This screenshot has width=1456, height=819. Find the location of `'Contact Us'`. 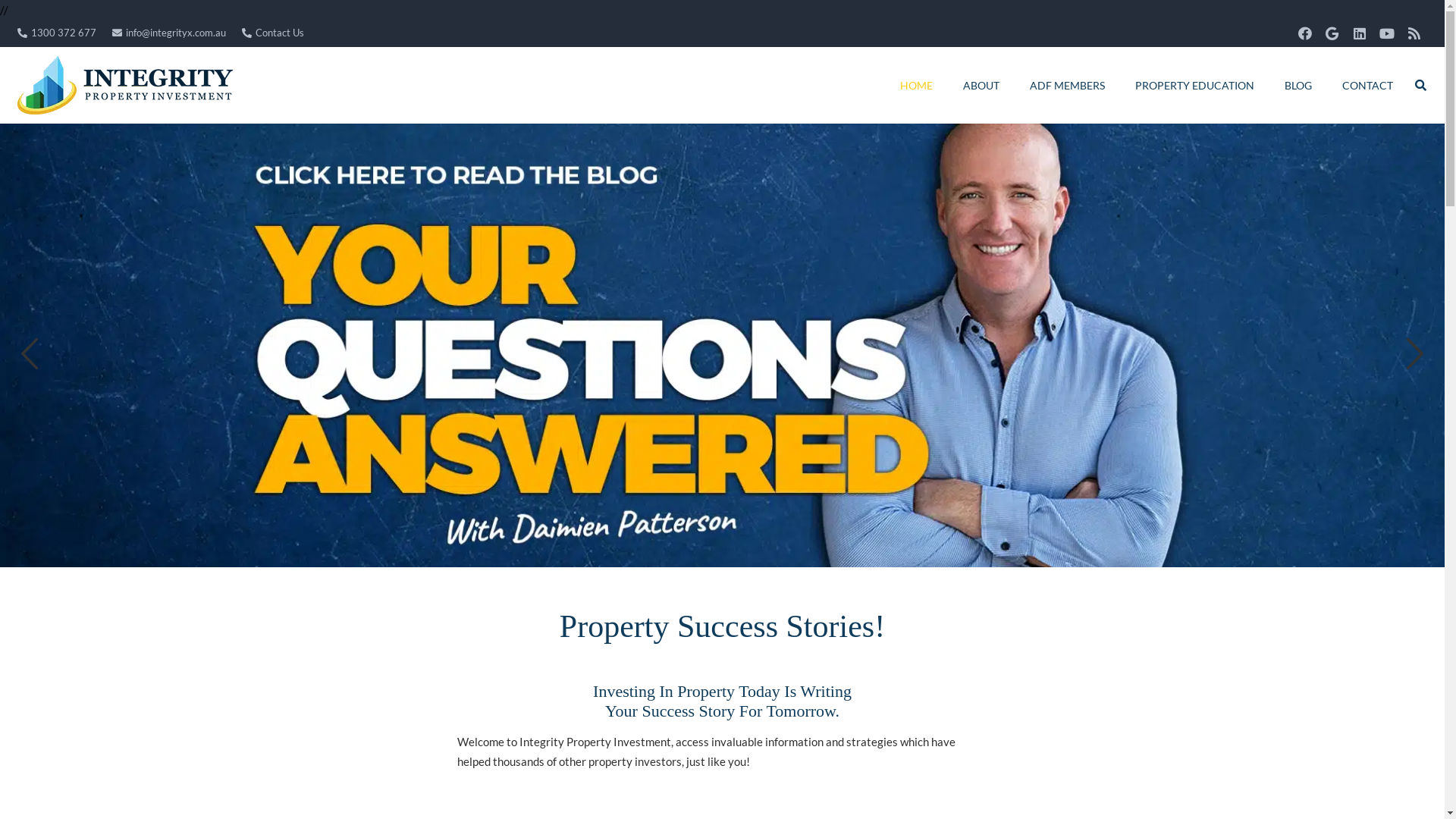

'Contact Us' is located at coordinates (240, 32).